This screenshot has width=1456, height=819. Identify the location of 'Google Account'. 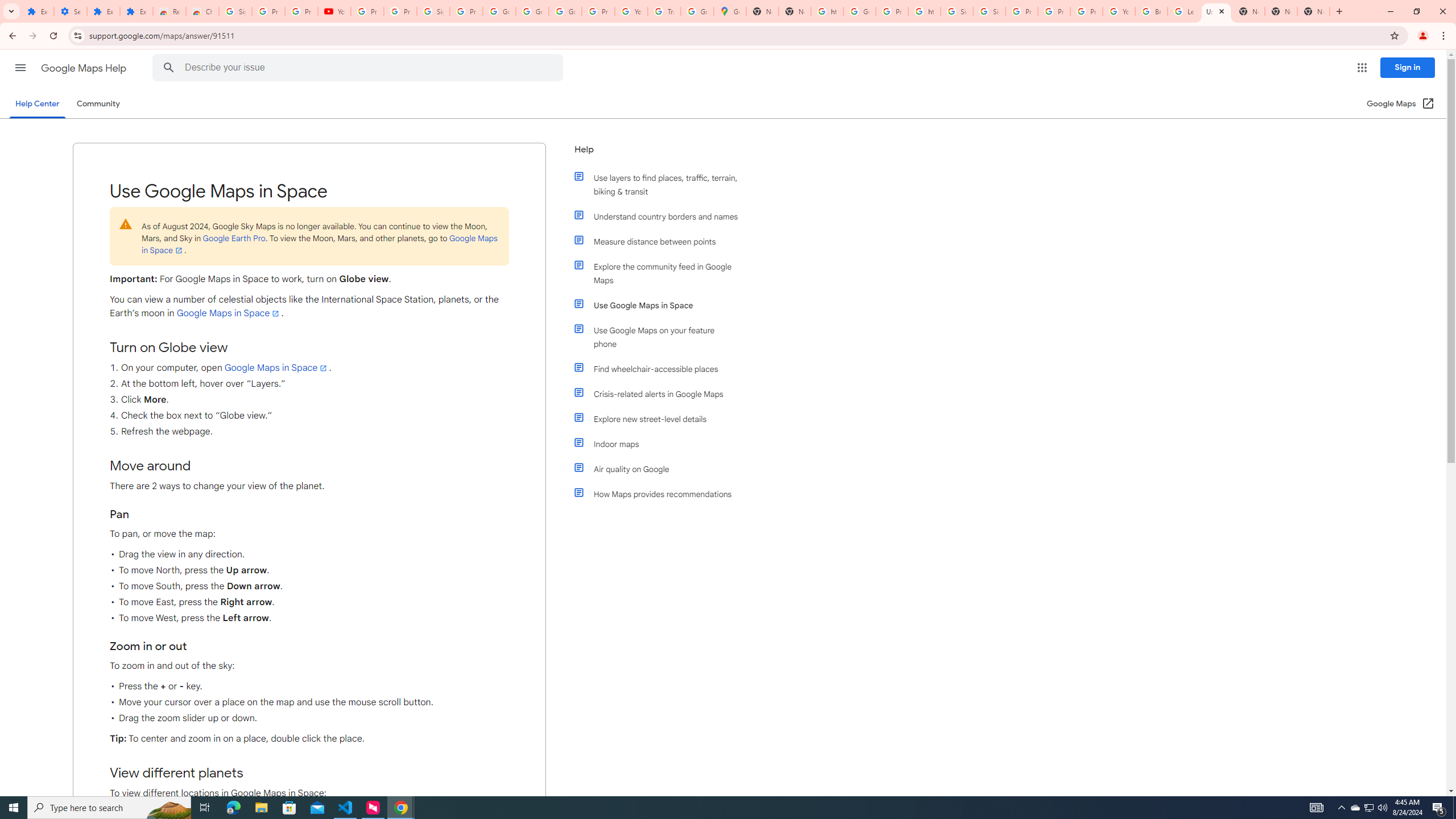
(531, 11).